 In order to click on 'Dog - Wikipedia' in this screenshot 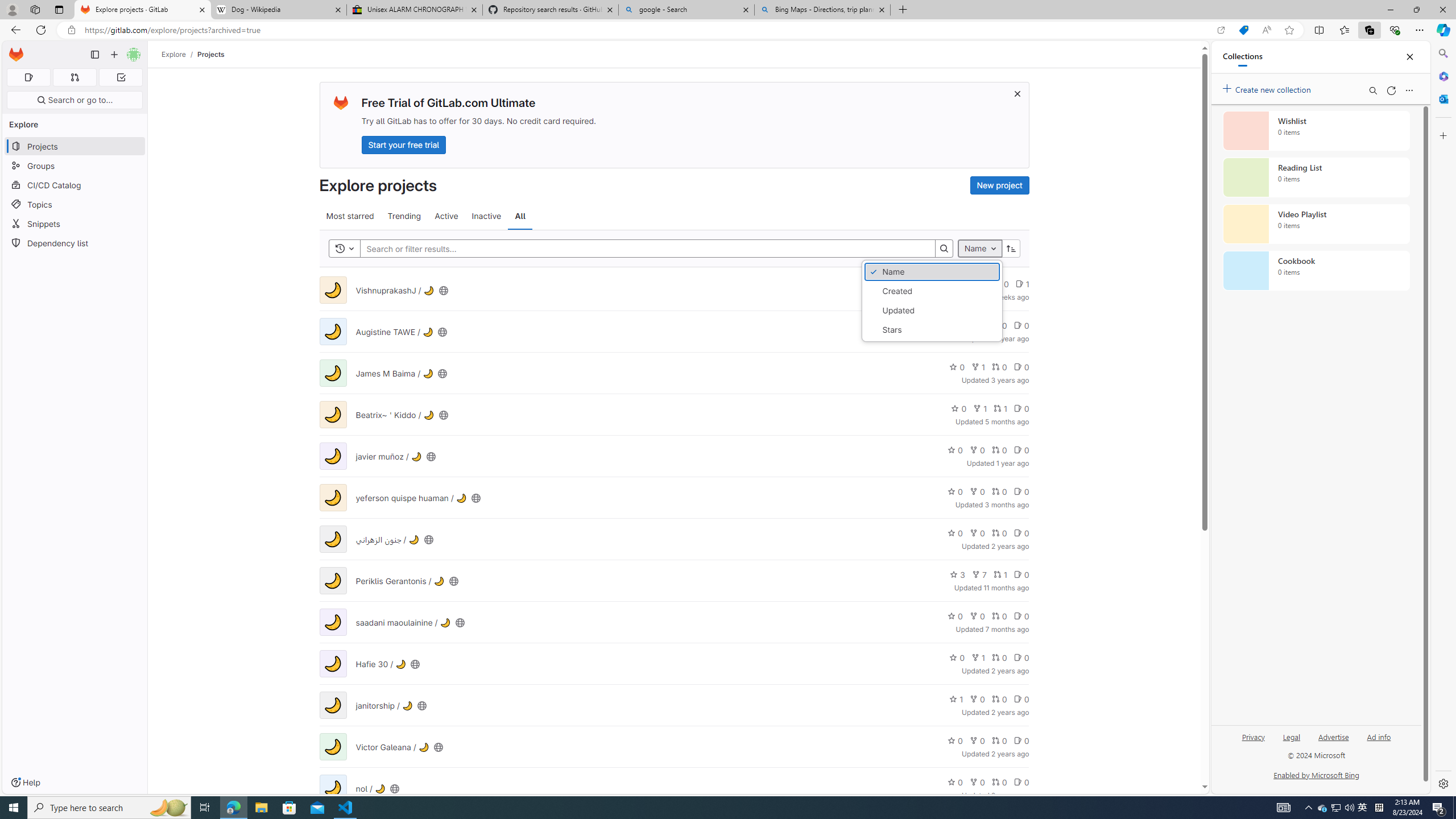, I will do `click(278, 9)`.